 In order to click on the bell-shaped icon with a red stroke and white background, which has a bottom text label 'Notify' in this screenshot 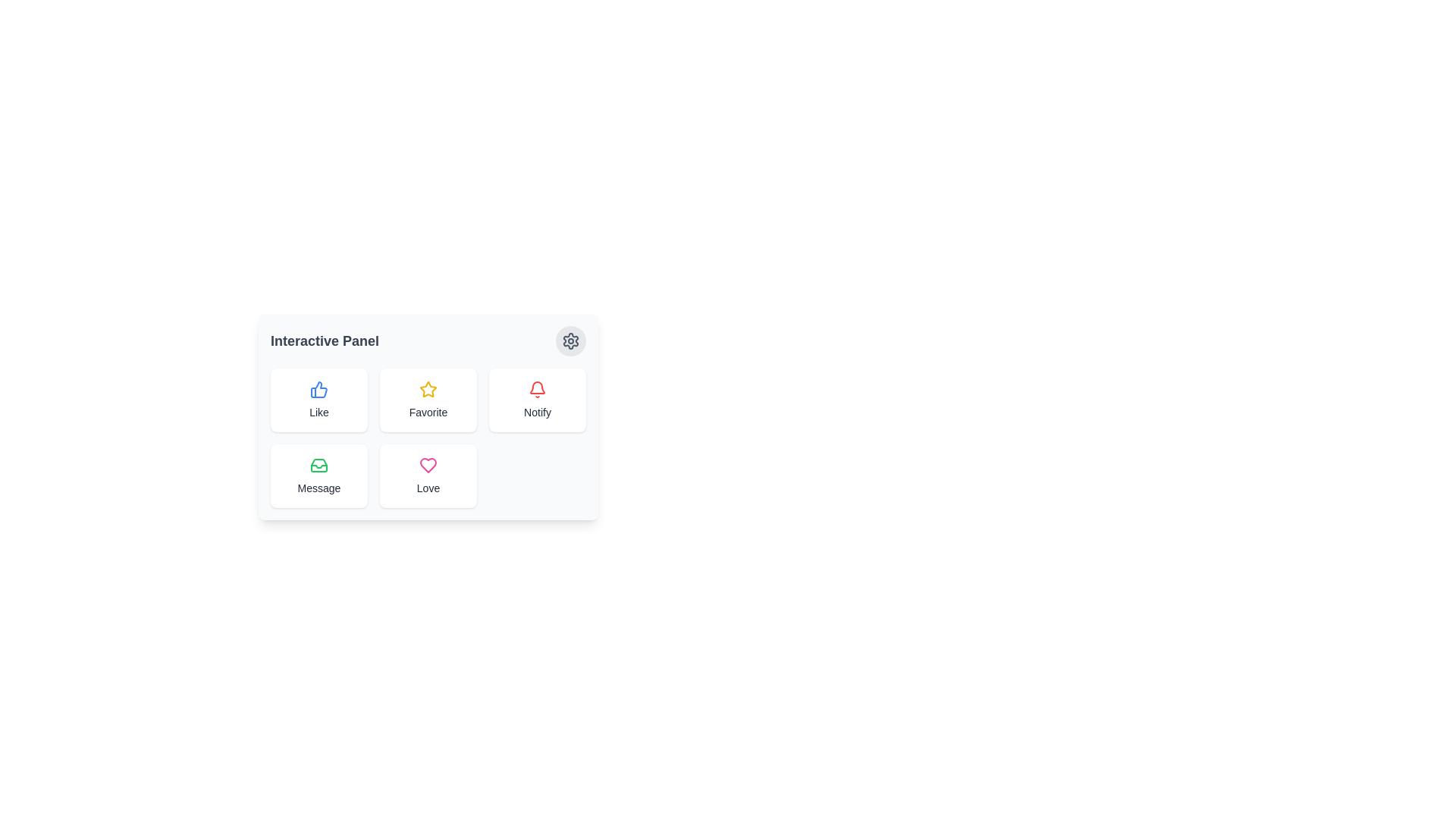, I will do `click(538, 388)`.